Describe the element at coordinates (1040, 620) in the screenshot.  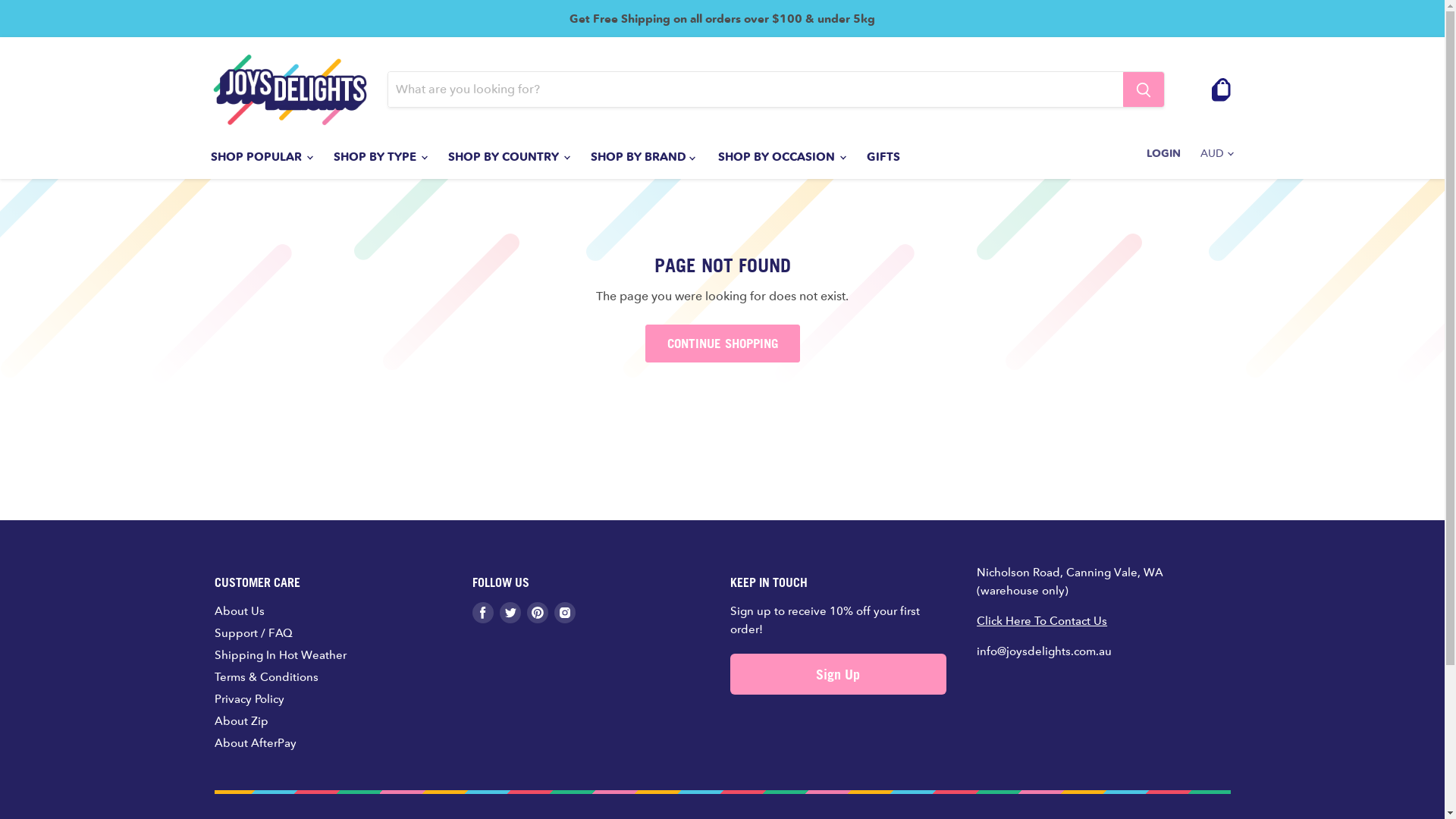
I see `'Click Here To Contact Us'` at that location.